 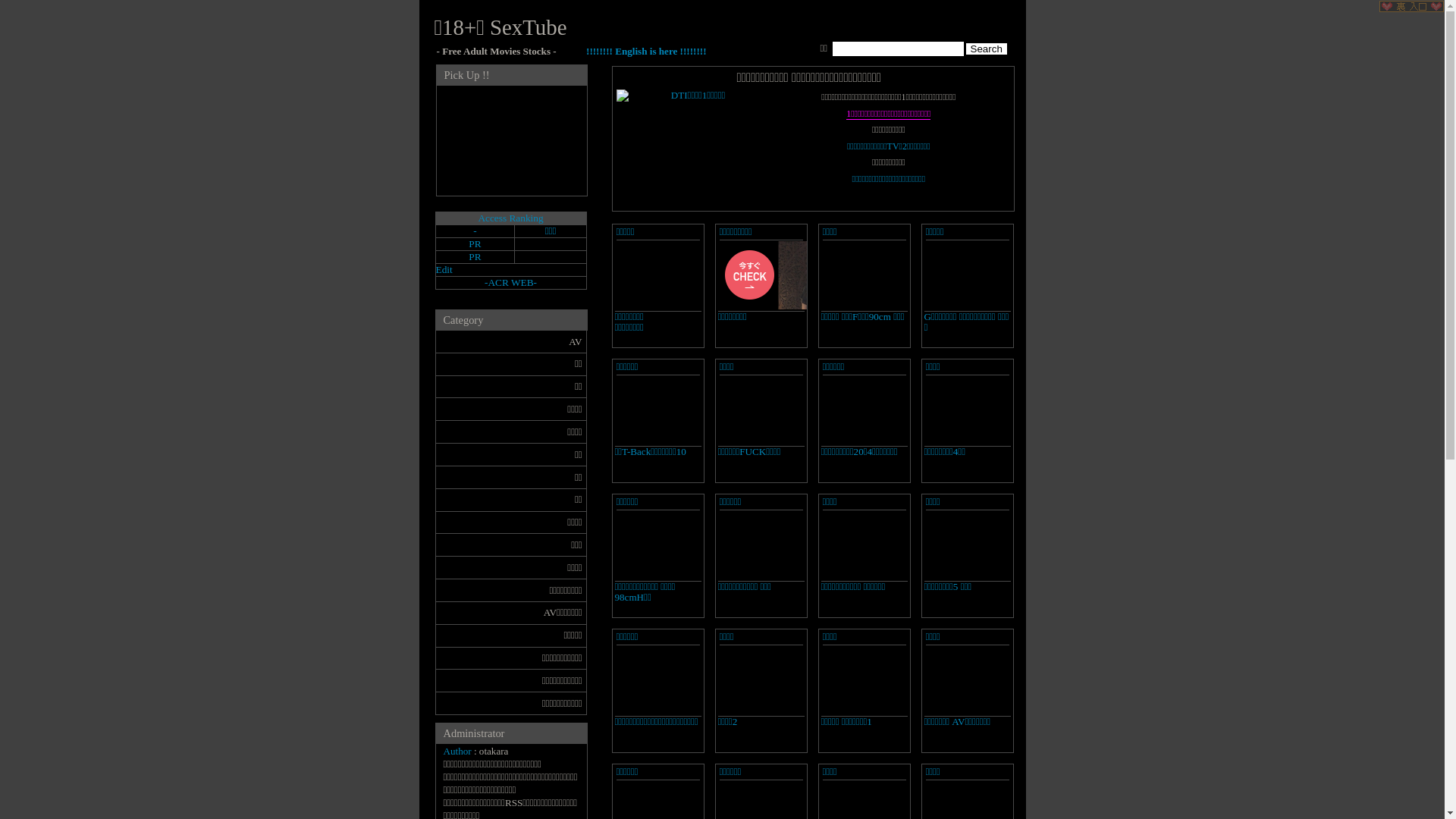 I want to click on ' Search ', so click(x=986, y=48).